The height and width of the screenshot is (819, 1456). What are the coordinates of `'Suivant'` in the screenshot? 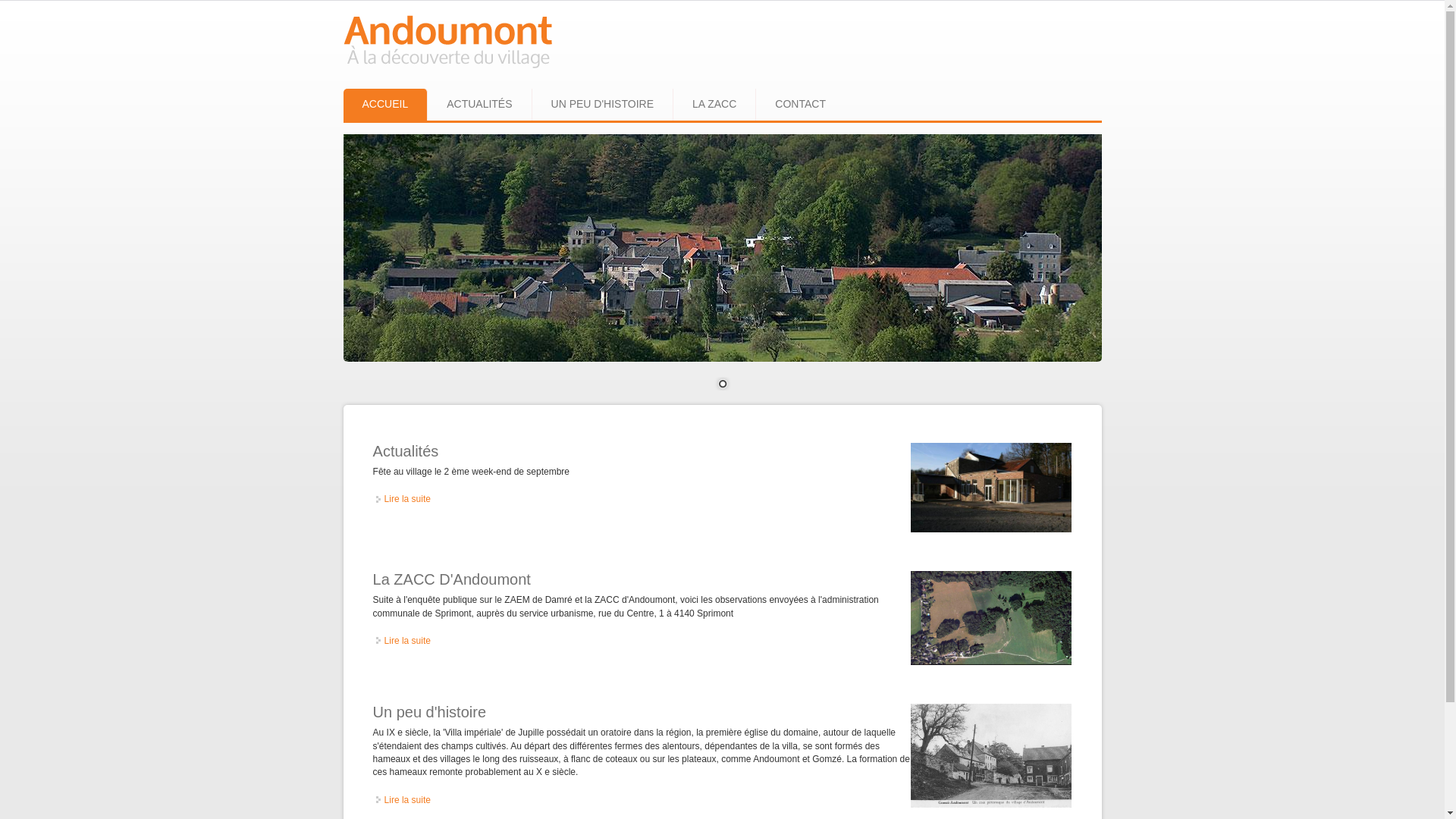 It's located at (383, 330).